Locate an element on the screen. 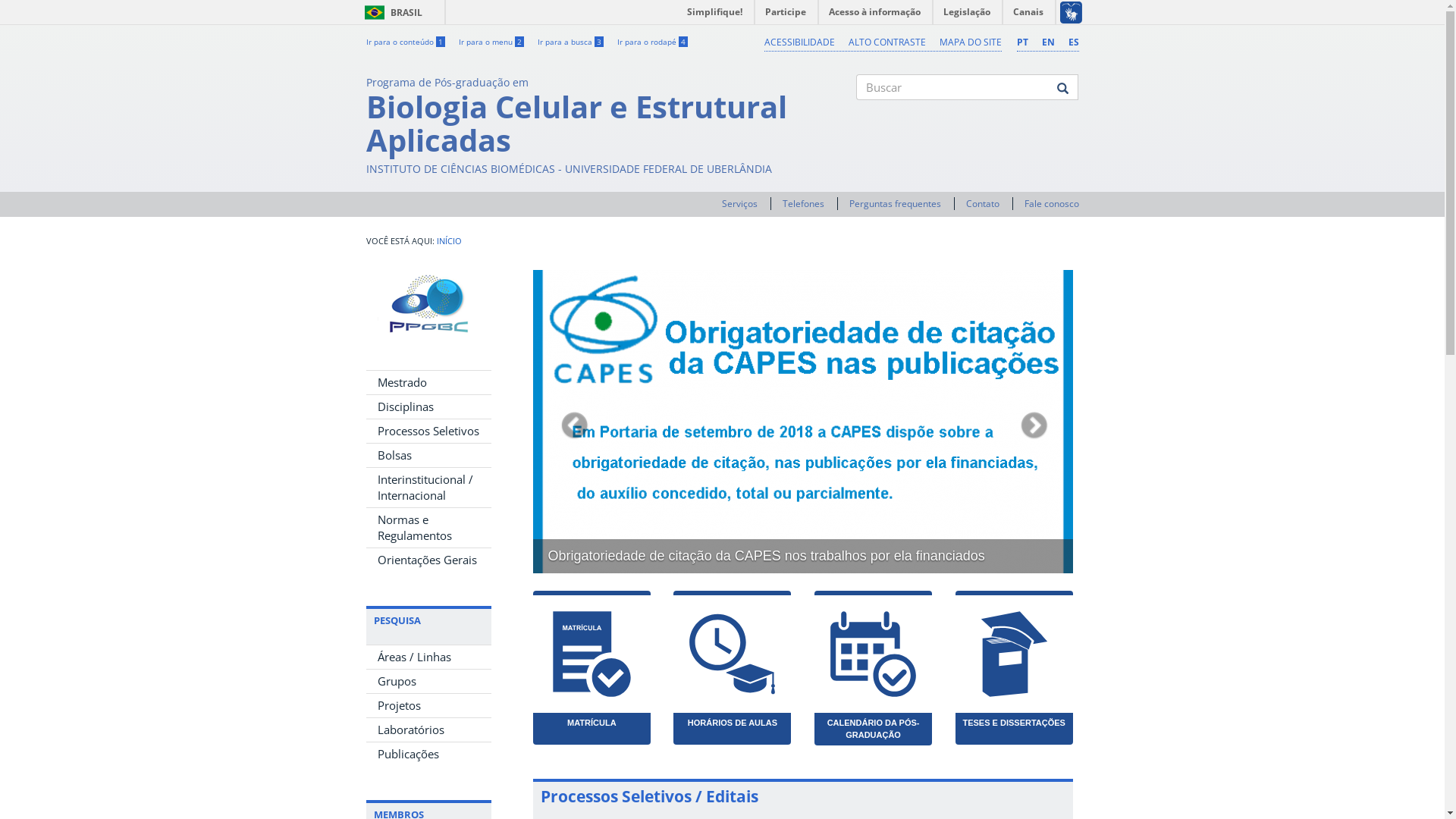 This screenshot has width=1456, height=819. 'Fale conosco' is located at coordinates (1023, 202).